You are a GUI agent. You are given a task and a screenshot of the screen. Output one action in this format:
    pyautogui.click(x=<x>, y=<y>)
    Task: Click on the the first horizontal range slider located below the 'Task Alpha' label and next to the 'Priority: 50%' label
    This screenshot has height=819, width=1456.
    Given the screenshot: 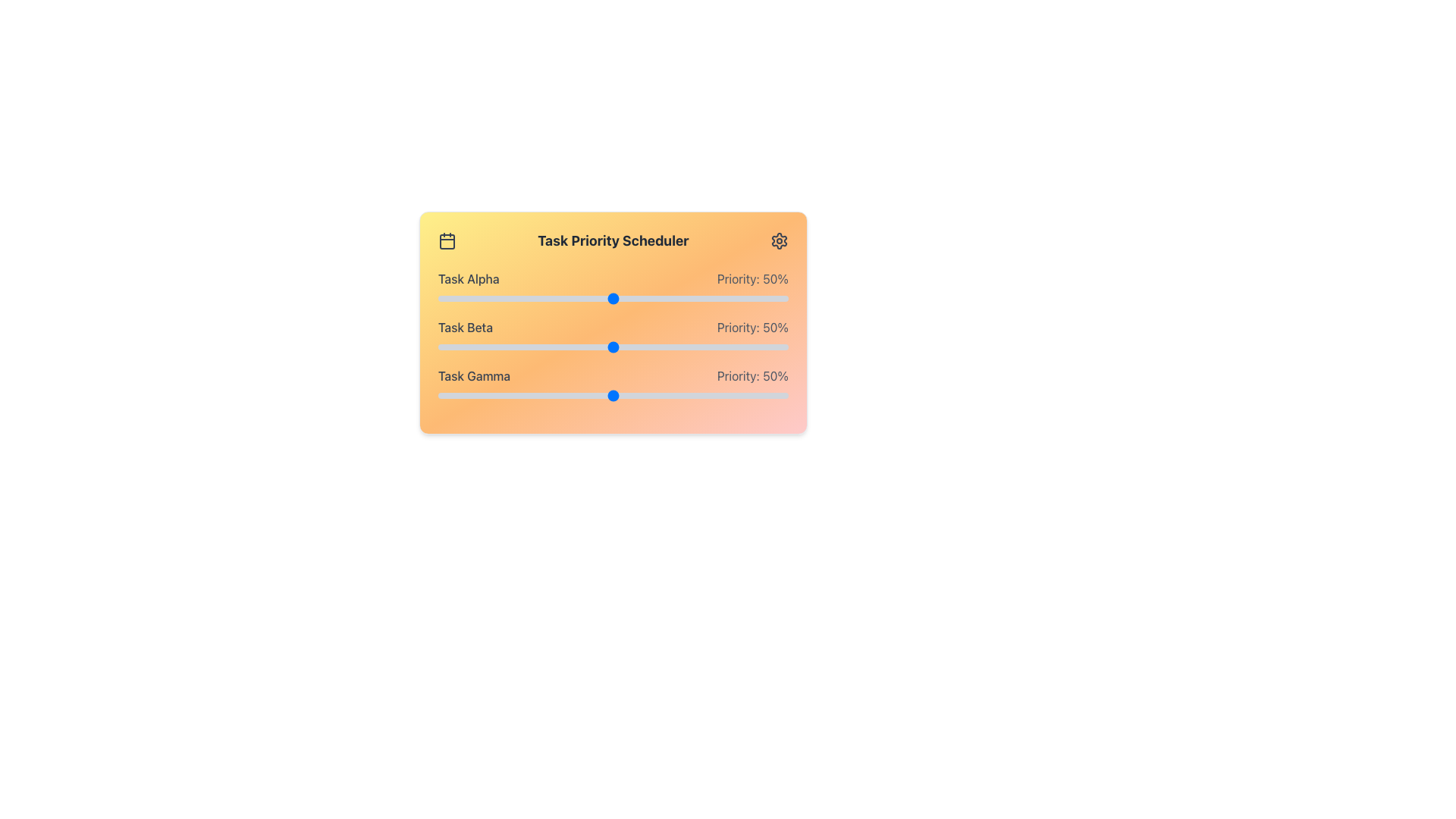 What is the action you would take?
    pyautogui.click(x=613, y=298)
    